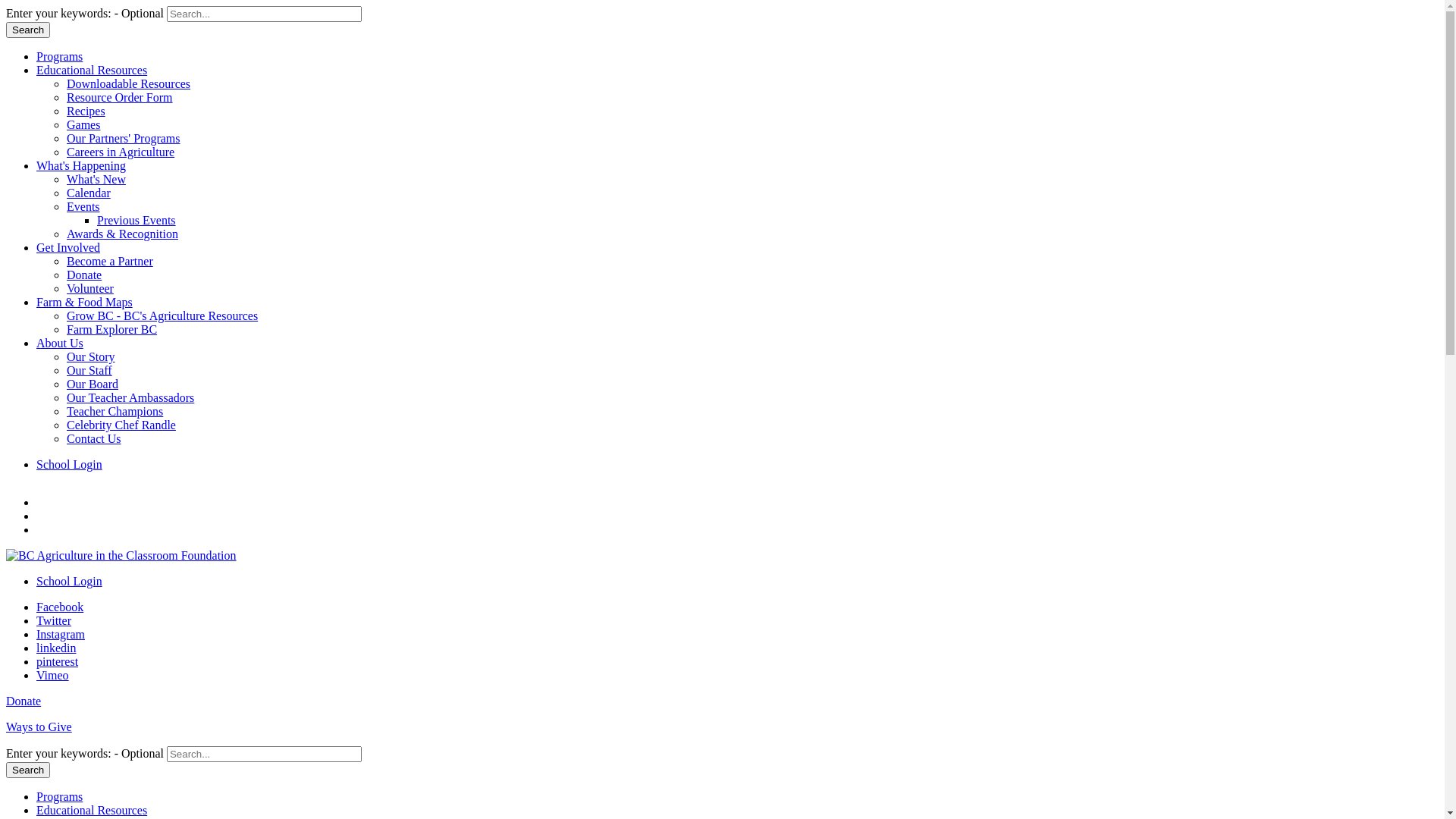 This screenshot has height=819, width=1456. Describe the element at coordinates (90, 70) in the screenshot. I see `'Educational Resources'` at that location.